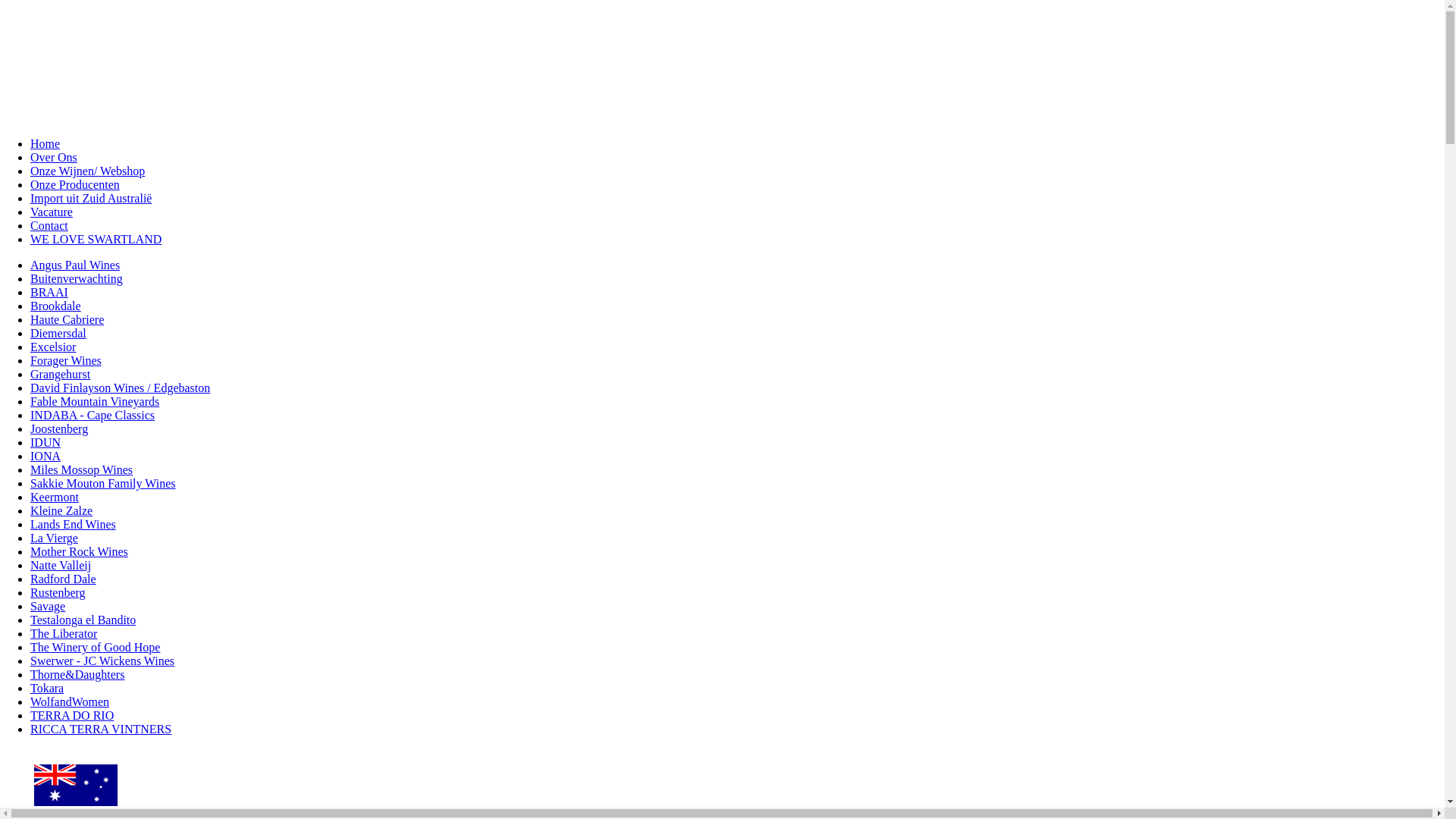 Image resolution: width=1456 pixels, height=819 pixels. What do you see at coordinates (80, 469) in the screenshot?
I see `'Miles Mossop Wines'` at bounding box center [80, 469].